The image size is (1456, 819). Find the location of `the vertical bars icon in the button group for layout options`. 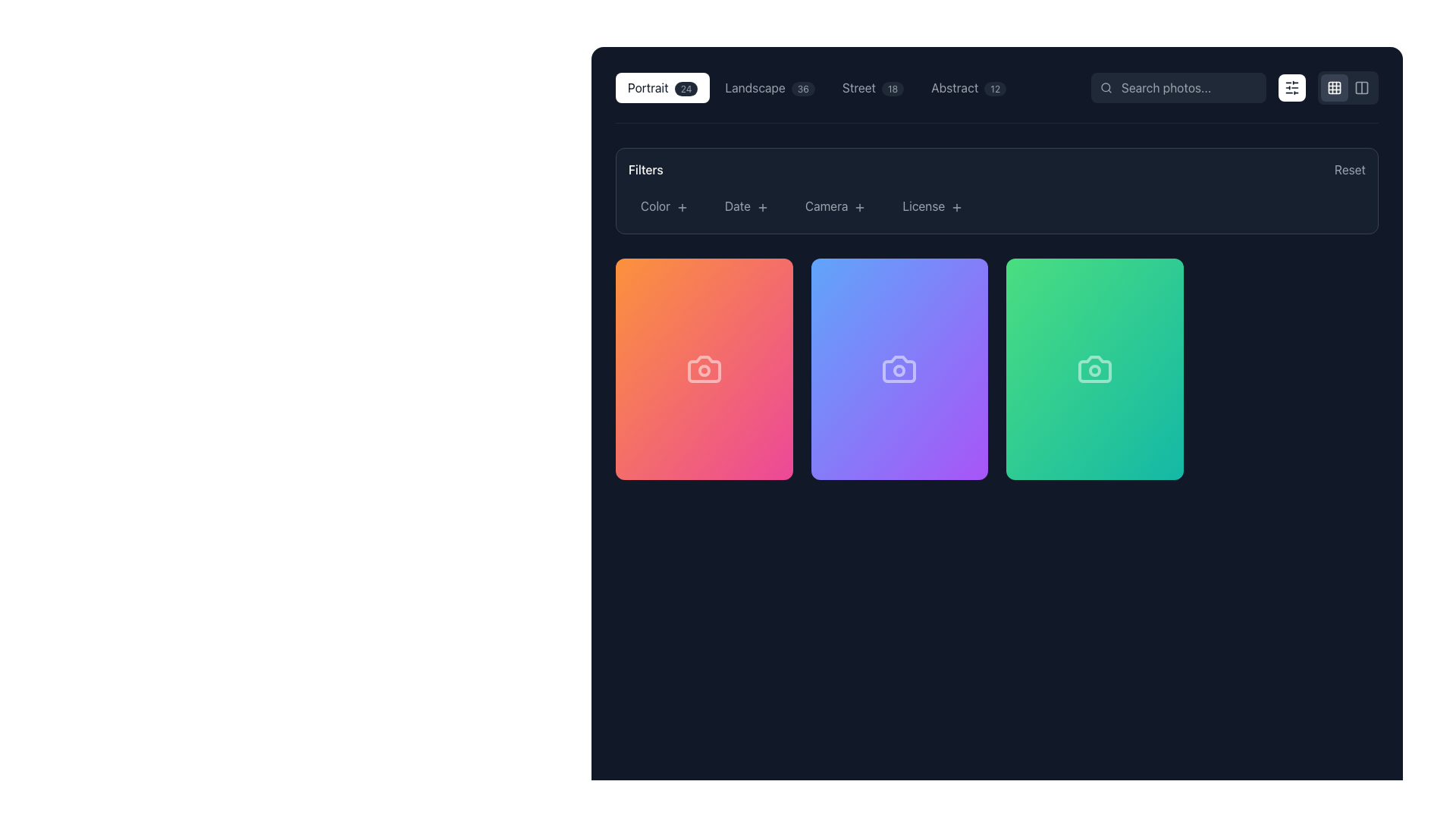

the vertical bars icon in the button group for layout options is located at coordinates (1348, 87).